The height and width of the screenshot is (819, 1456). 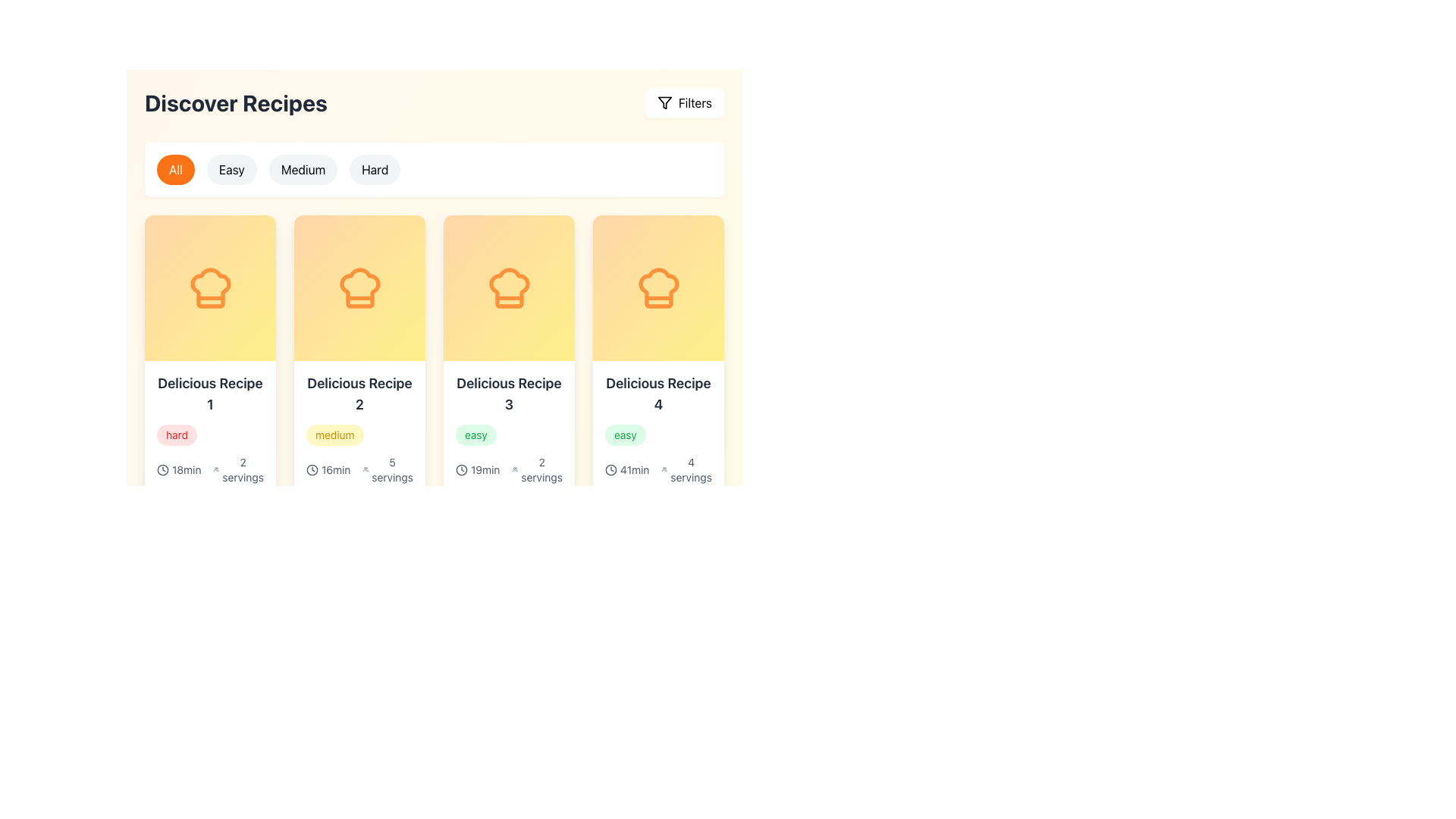 I want to click on the informational display element containing cooking time, serving count, and calorie count icons for the recipe titled 'Delicious Recipe 4', so click(x=658, y=488).